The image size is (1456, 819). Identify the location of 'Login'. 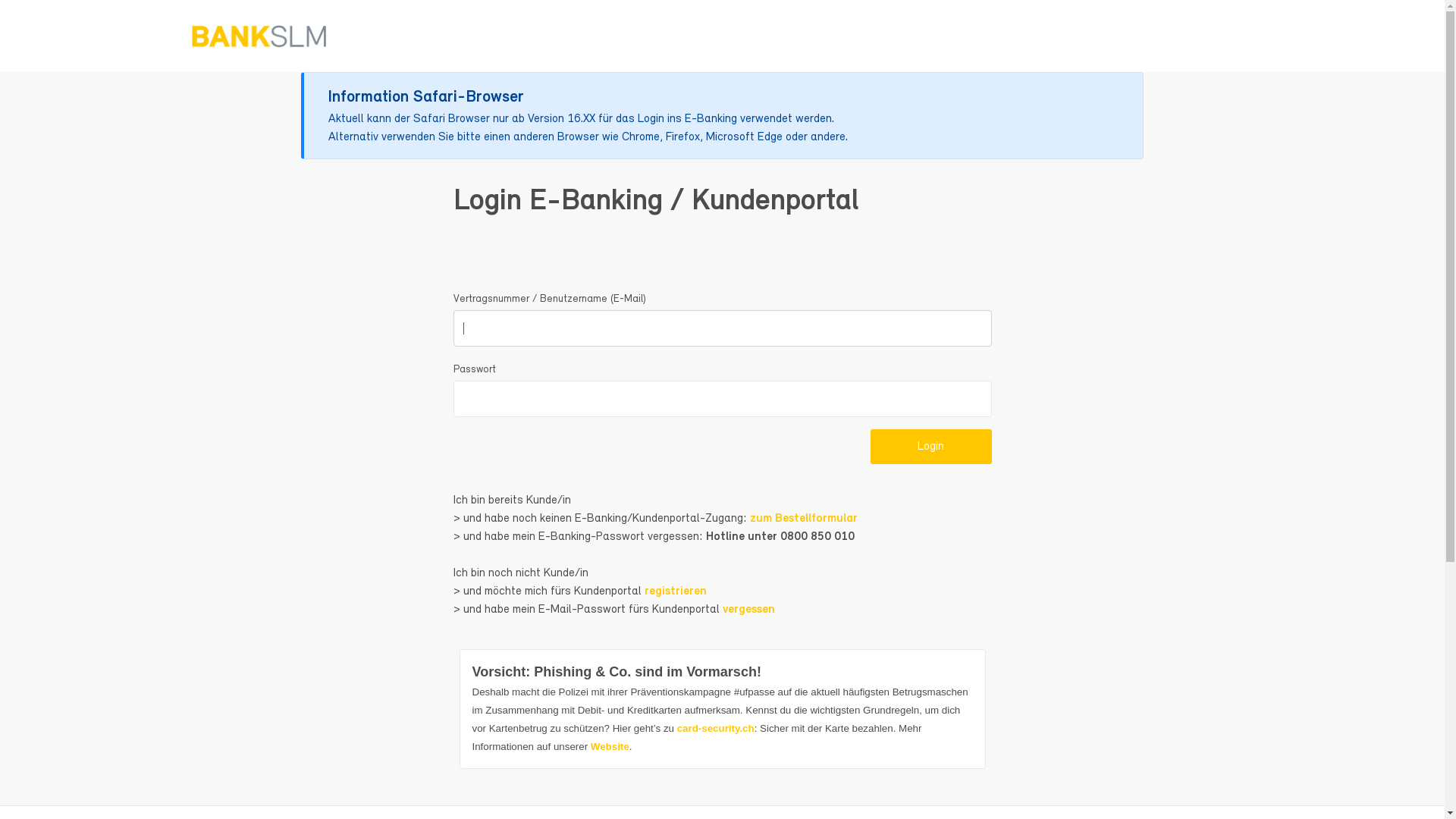
(930, 446).